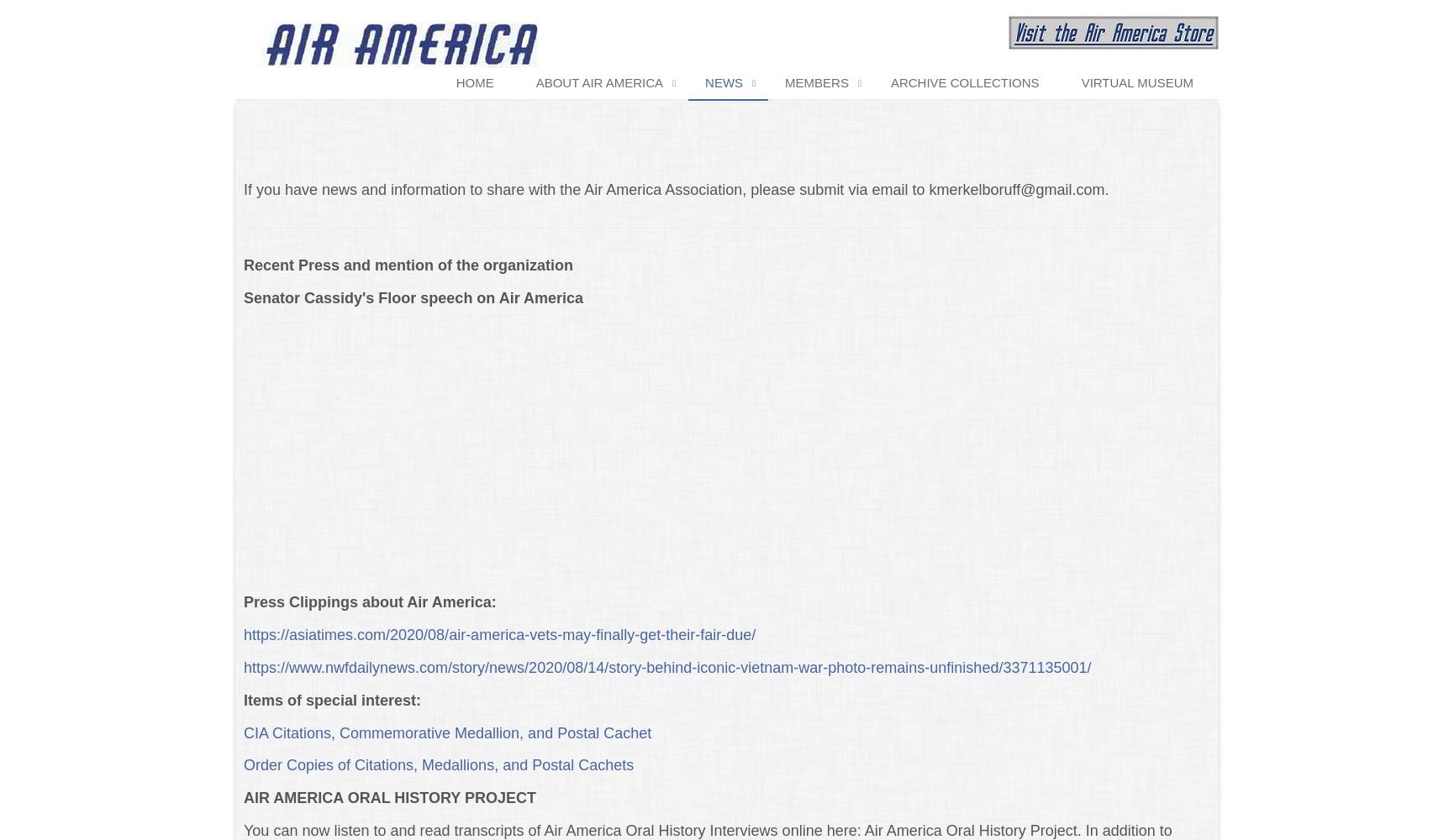 This screenshot has width=1454, height=840. I want to click on 'Archive Collections', so click(963, 81).